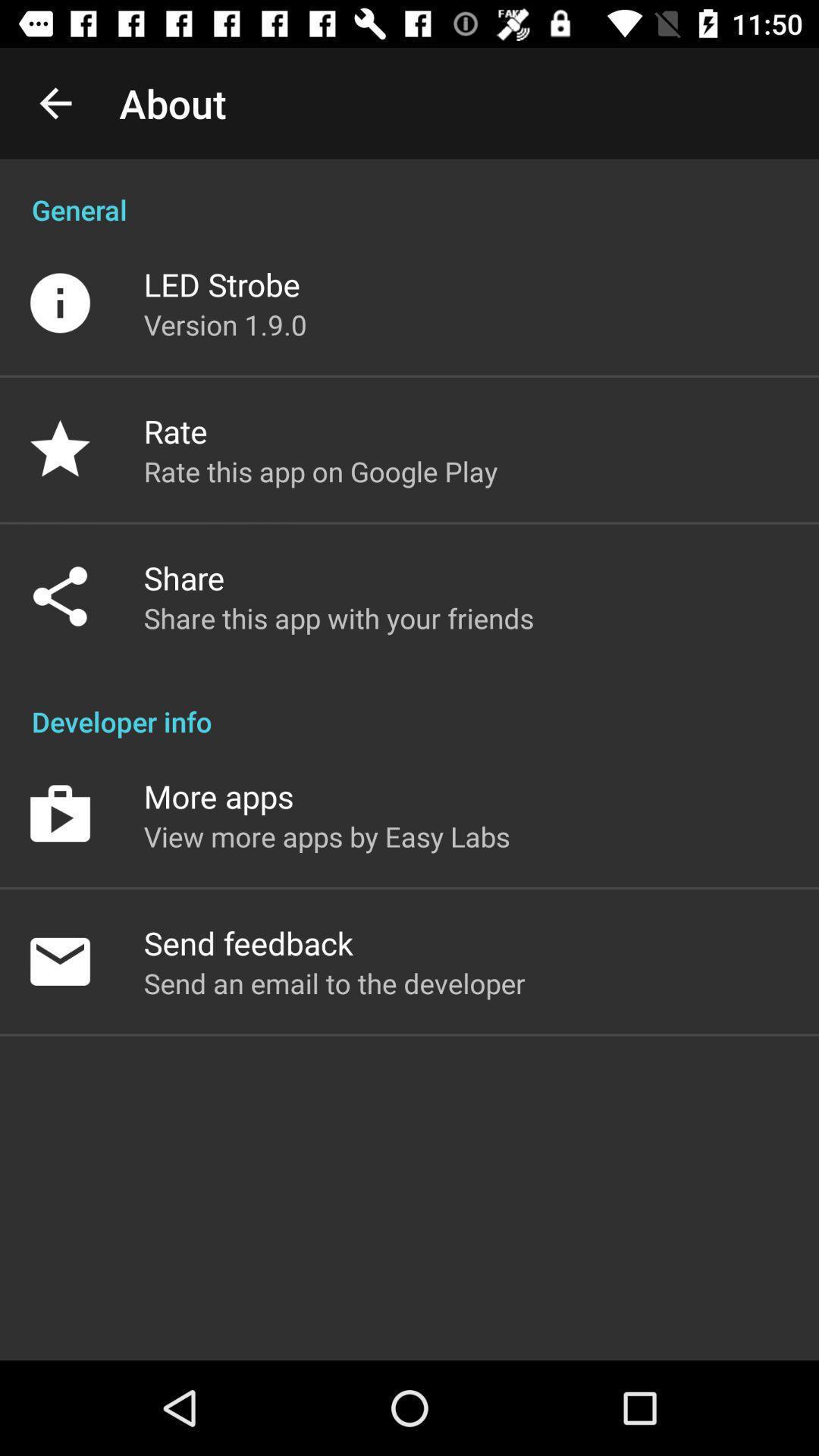 This screenshot has height=1456, width=819. What do you see at coordinates (225, 324) in the screenshot?
I see `item above the rate icon` at bounding box center [225, 324].